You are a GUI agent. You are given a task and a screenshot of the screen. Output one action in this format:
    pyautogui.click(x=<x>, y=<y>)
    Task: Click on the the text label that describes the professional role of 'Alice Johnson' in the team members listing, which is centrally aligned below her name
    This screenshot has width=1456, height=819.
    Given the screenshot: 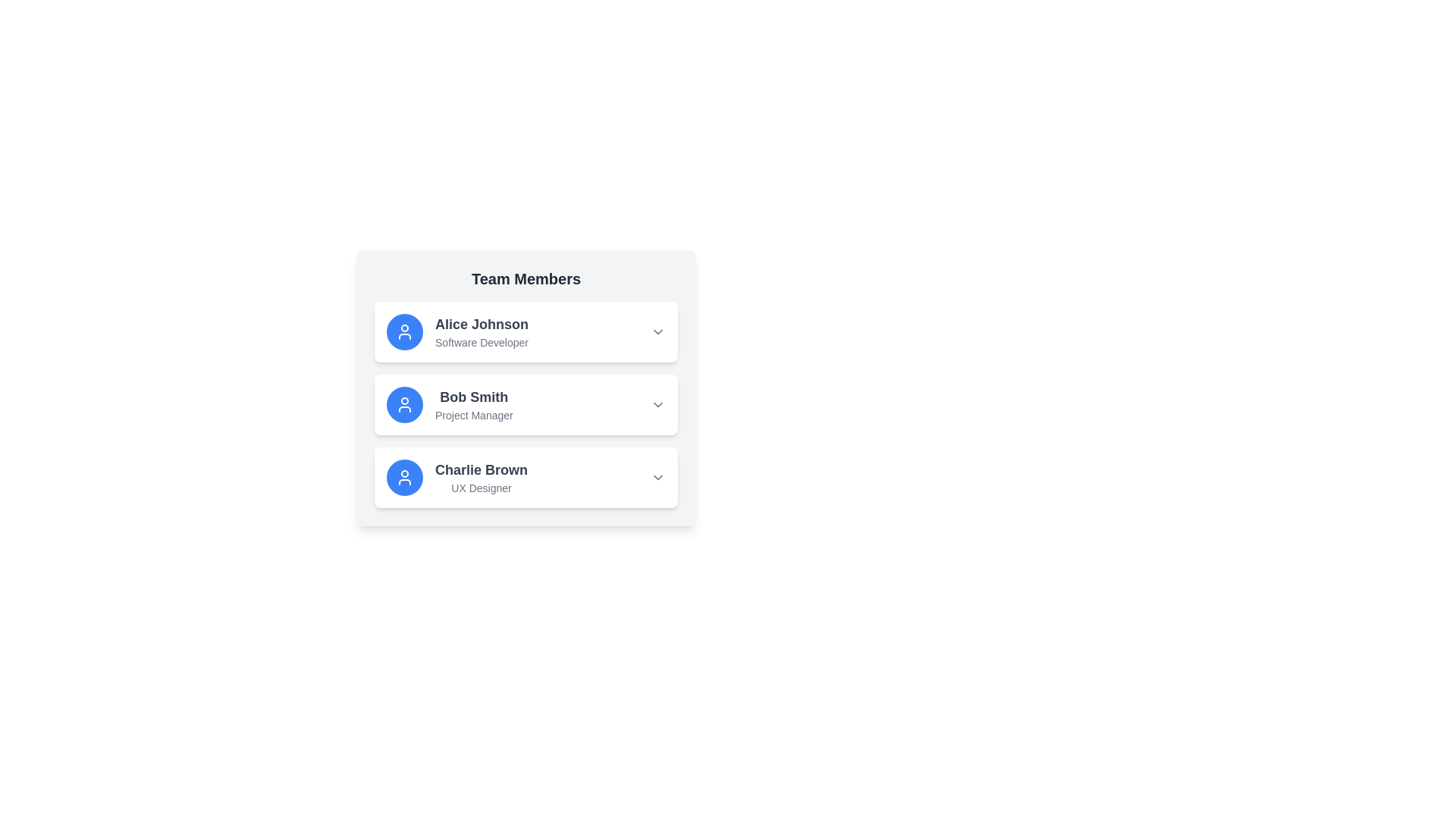 What is the action you would take?
    pyautogui.click(x=481, y=342)
    